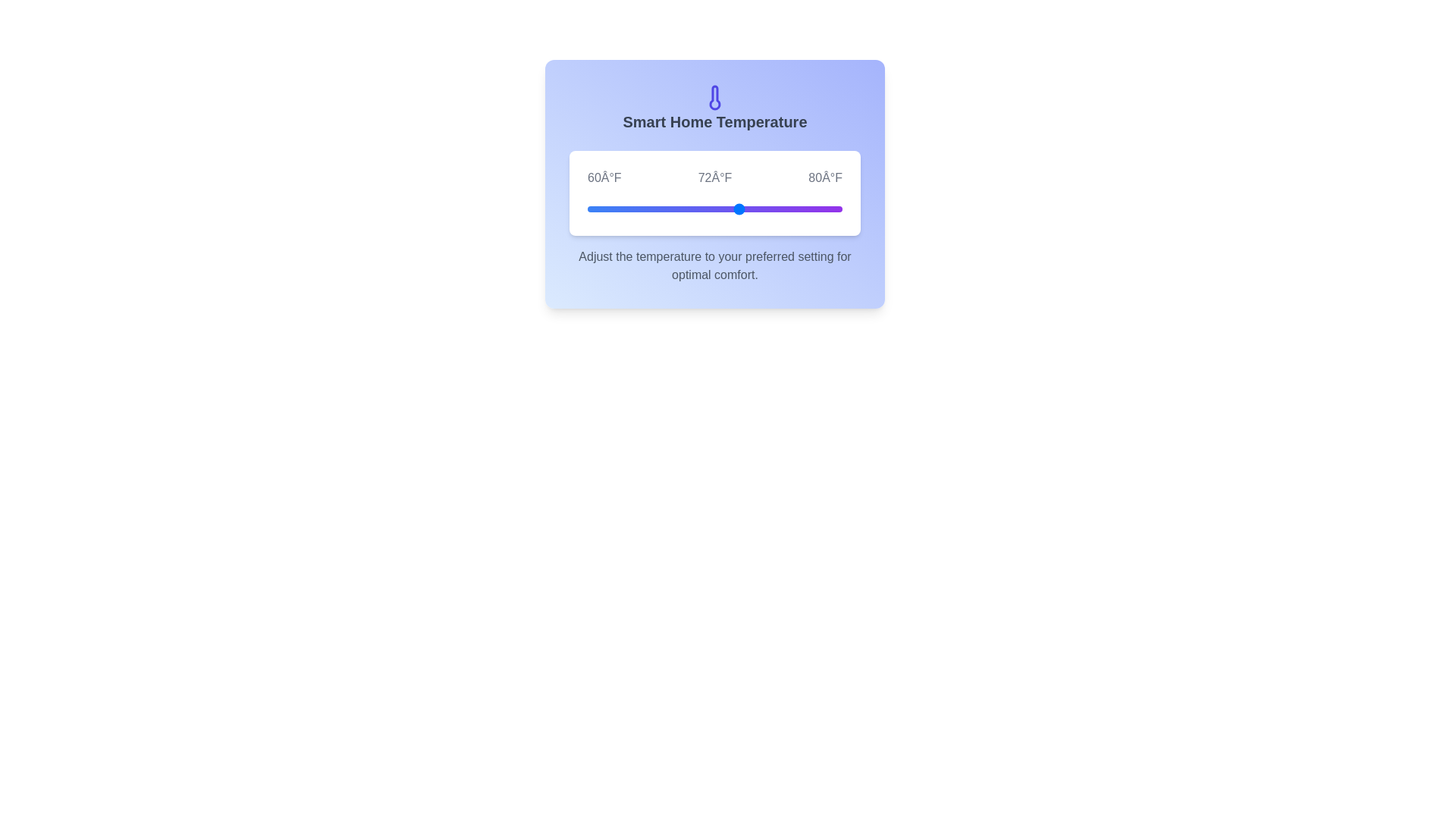 The width and height of the screenshot is (1456, 819). I want to click on the temperature slider to 76°F, so click(790, 209).